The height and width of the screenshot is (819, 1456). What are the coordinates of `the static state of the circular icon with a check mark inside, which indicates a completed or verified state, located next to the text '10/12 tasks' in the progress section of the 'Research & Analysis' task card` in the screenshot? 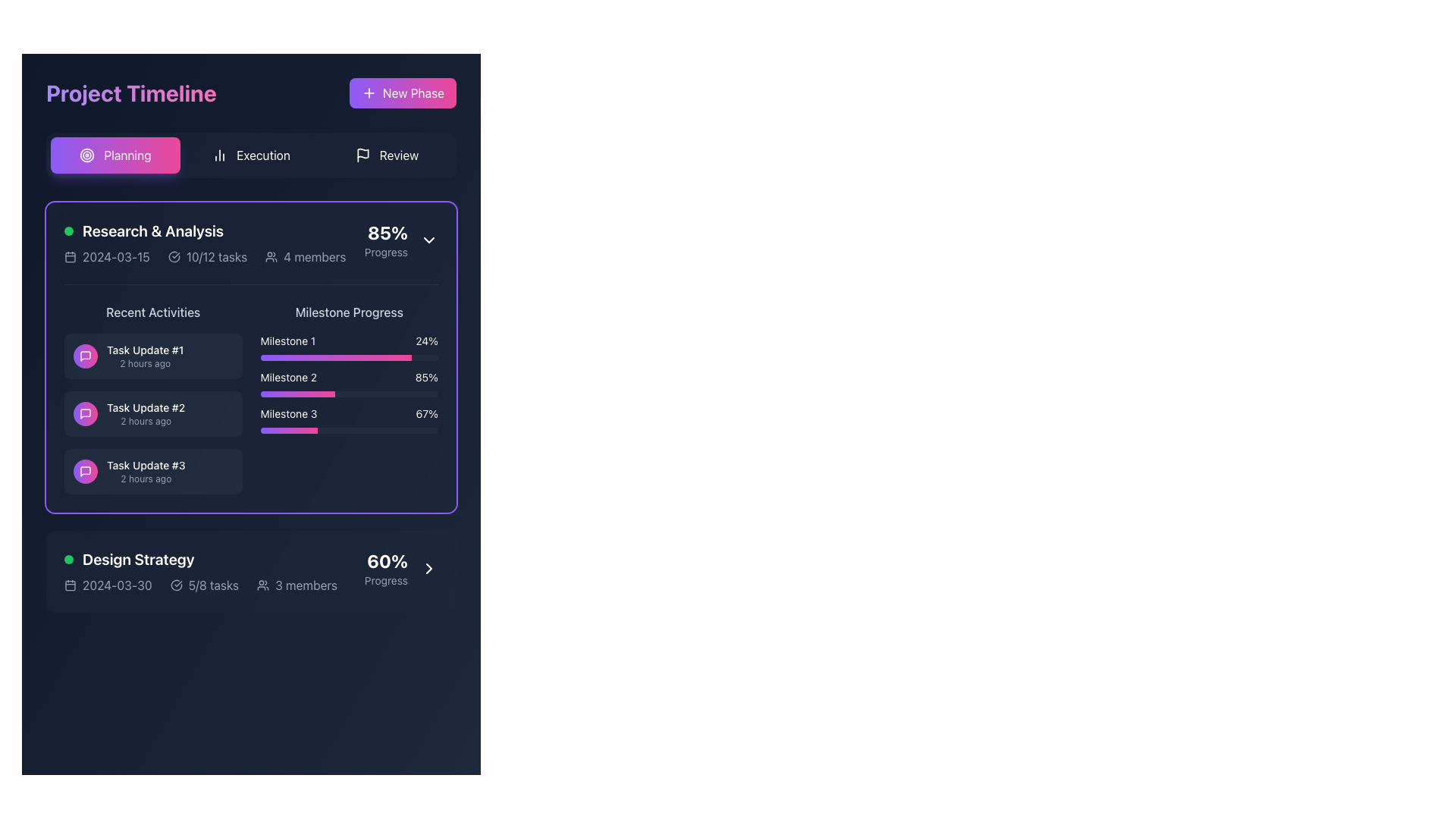 It's located at (174, 256).